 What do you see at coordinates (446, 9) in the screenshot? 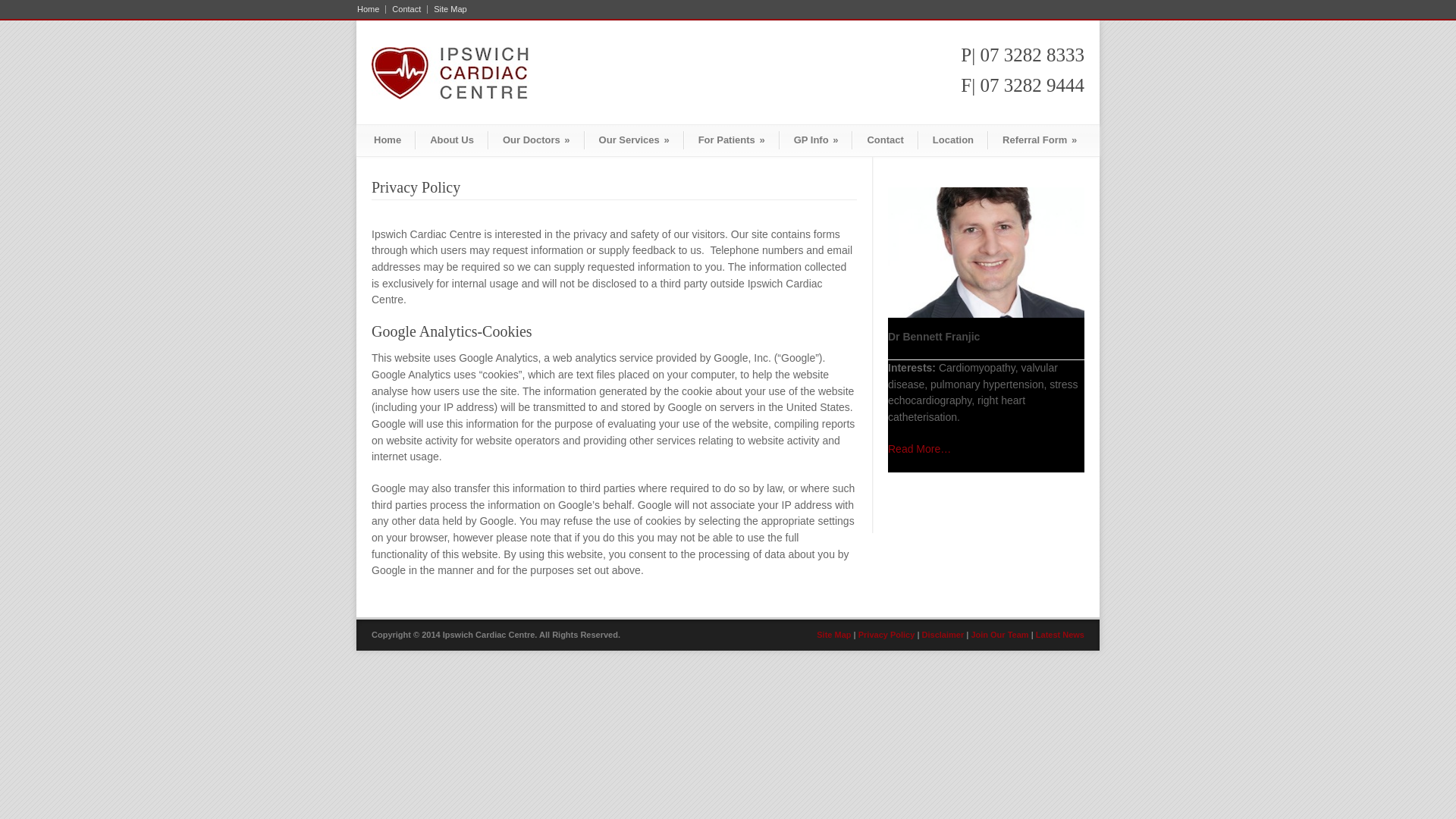
I see `'Site Map'` at bounding box center [446, 9].